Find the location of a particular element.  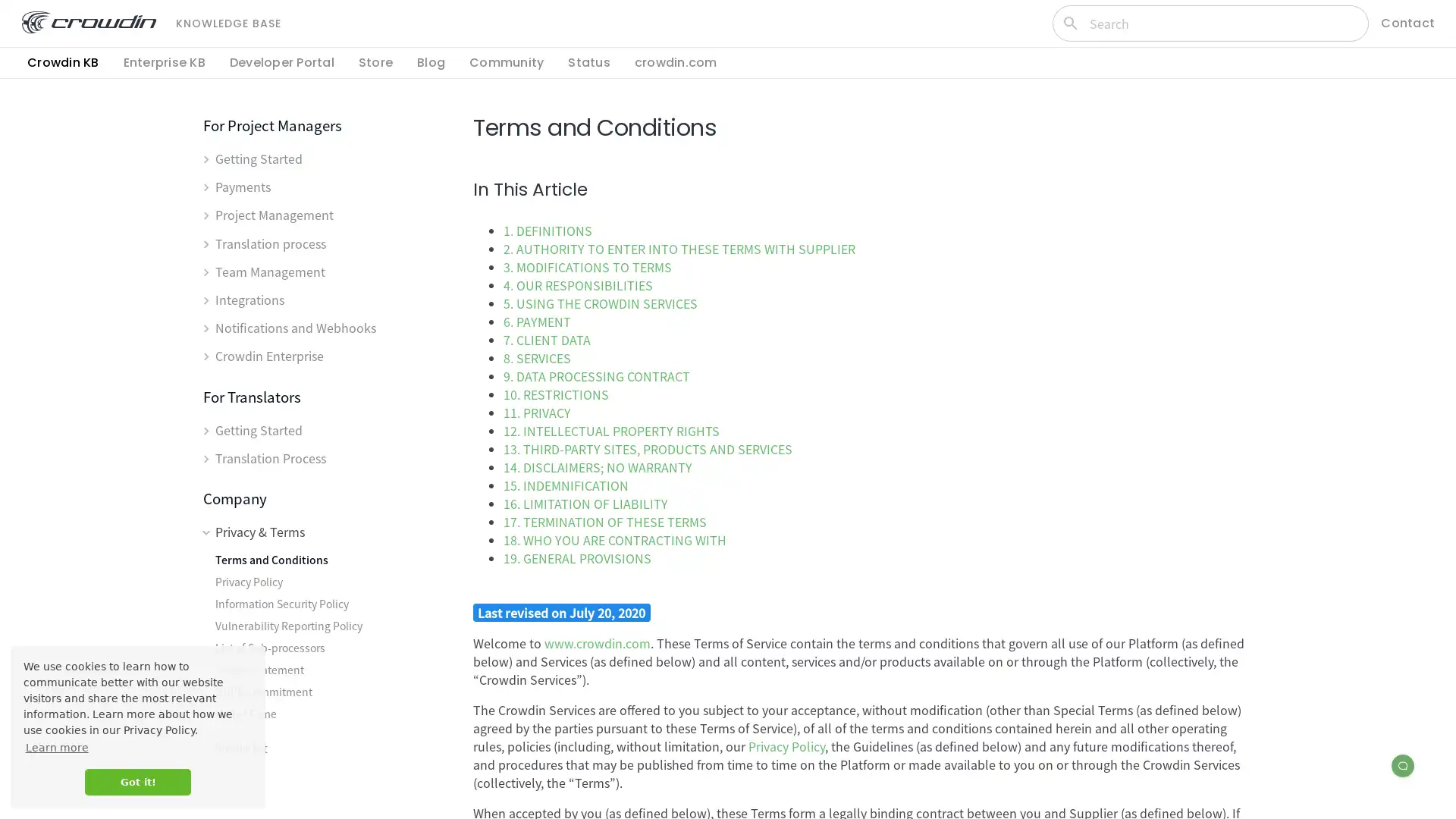

dismiss cookie message is located at coordinates (138, 782).